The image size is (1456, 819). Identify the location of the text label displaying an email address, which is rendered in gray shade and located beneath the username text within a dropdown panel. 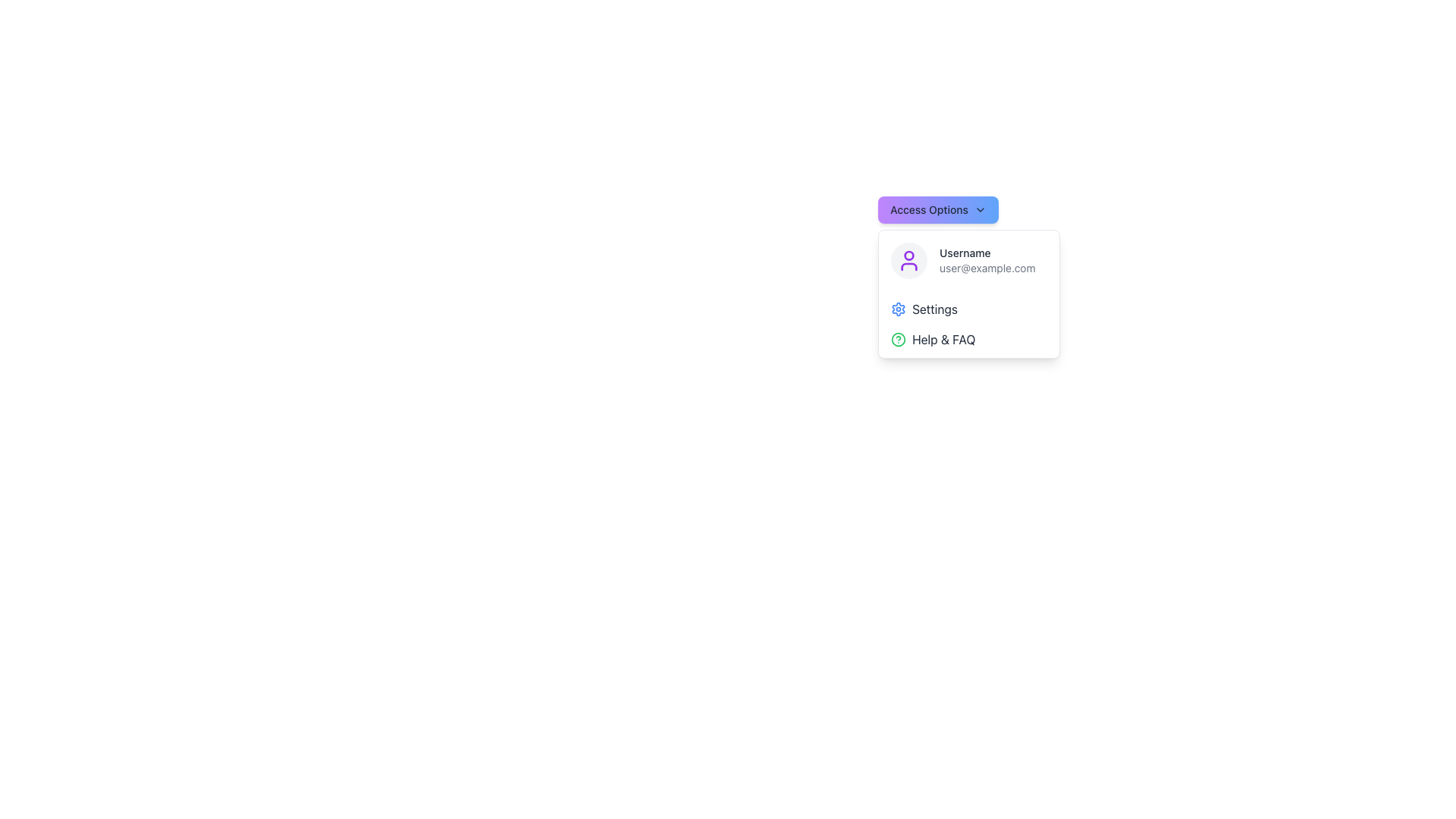
(987, 268).